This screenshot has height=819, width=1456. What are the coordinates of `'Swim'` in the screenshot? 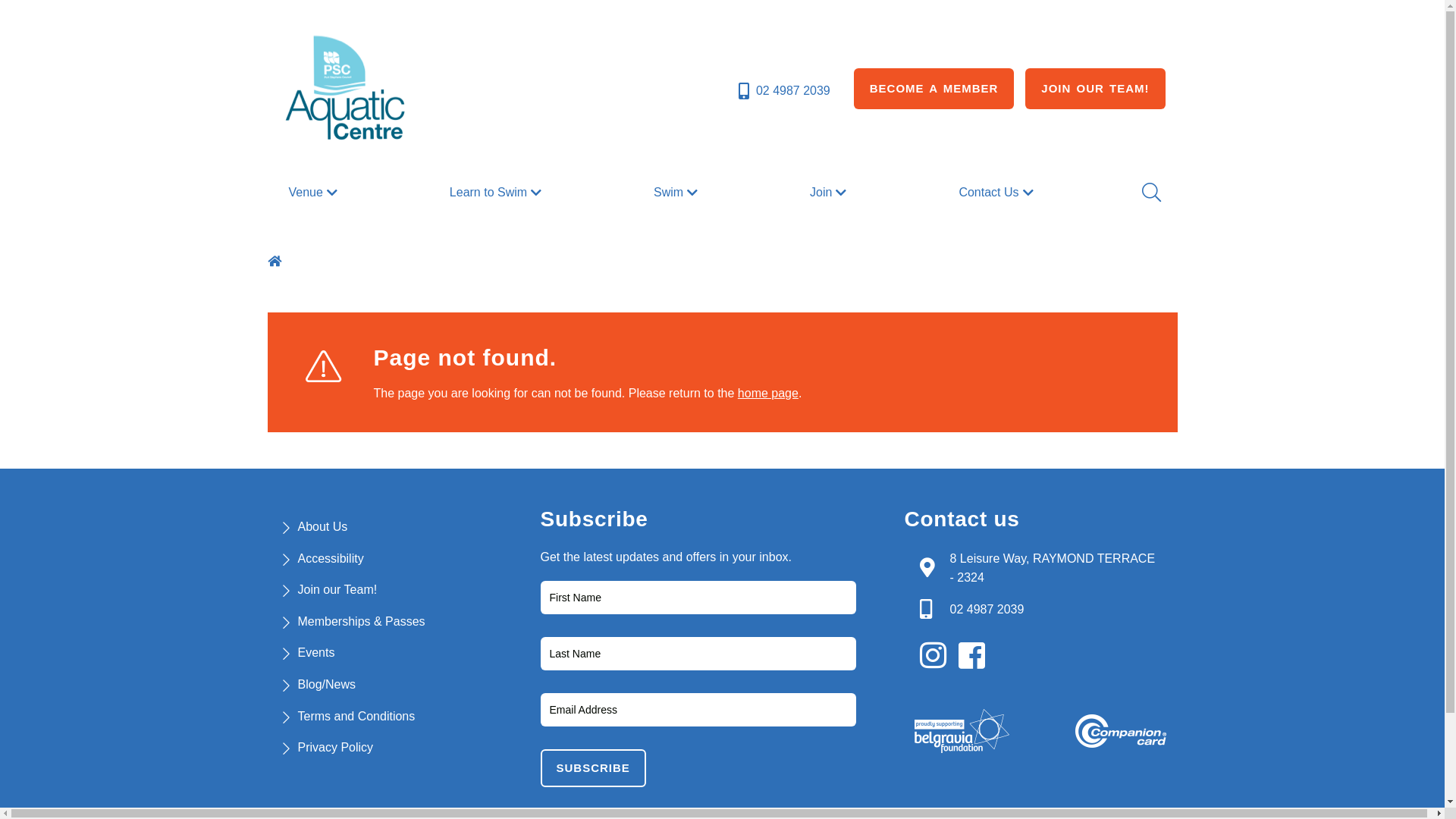 It's located at (676, 192).